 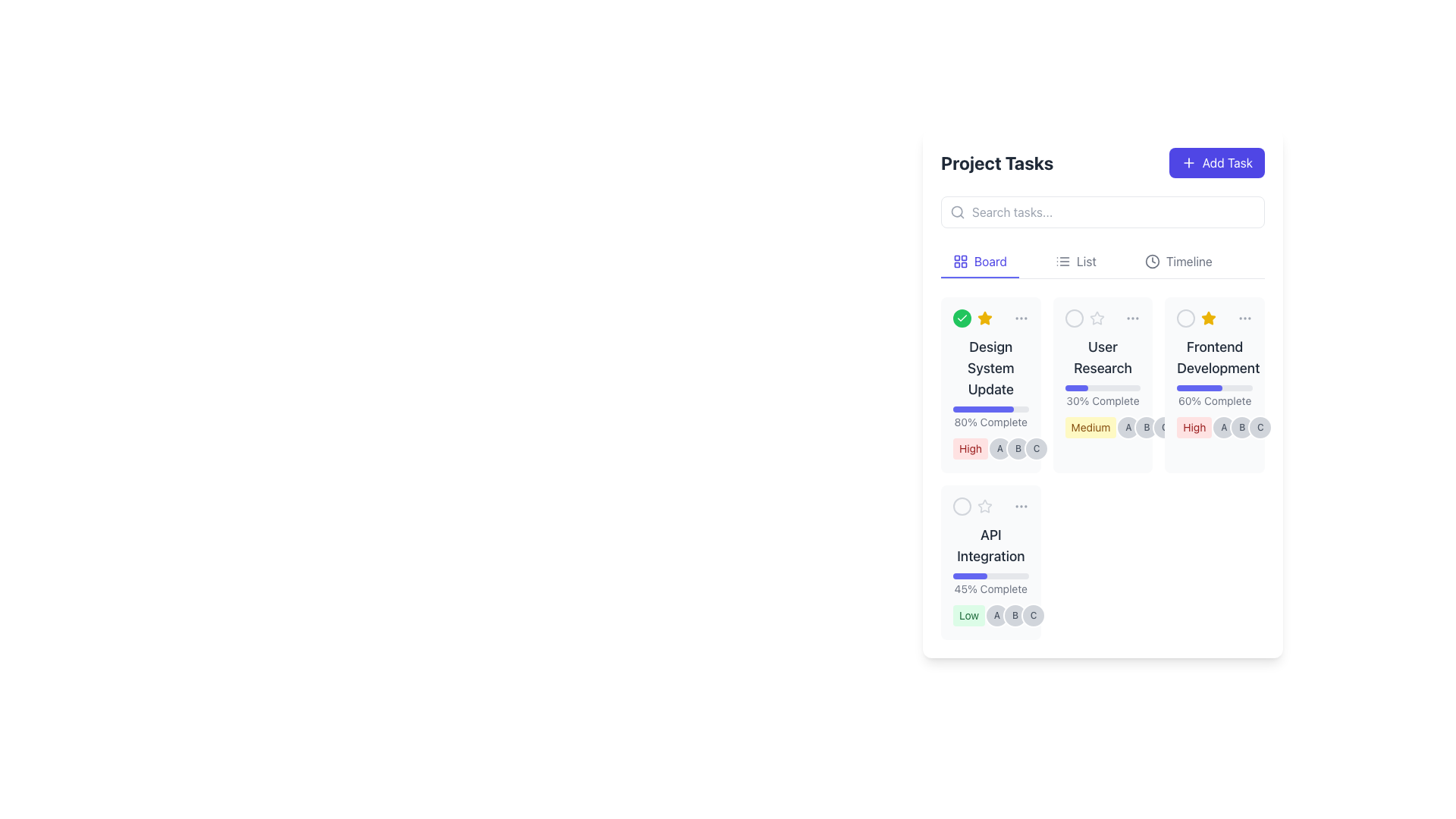 I want to click on the 'Low' priority badge located at the bottom-left of the task card, so click(x=968, y=616).